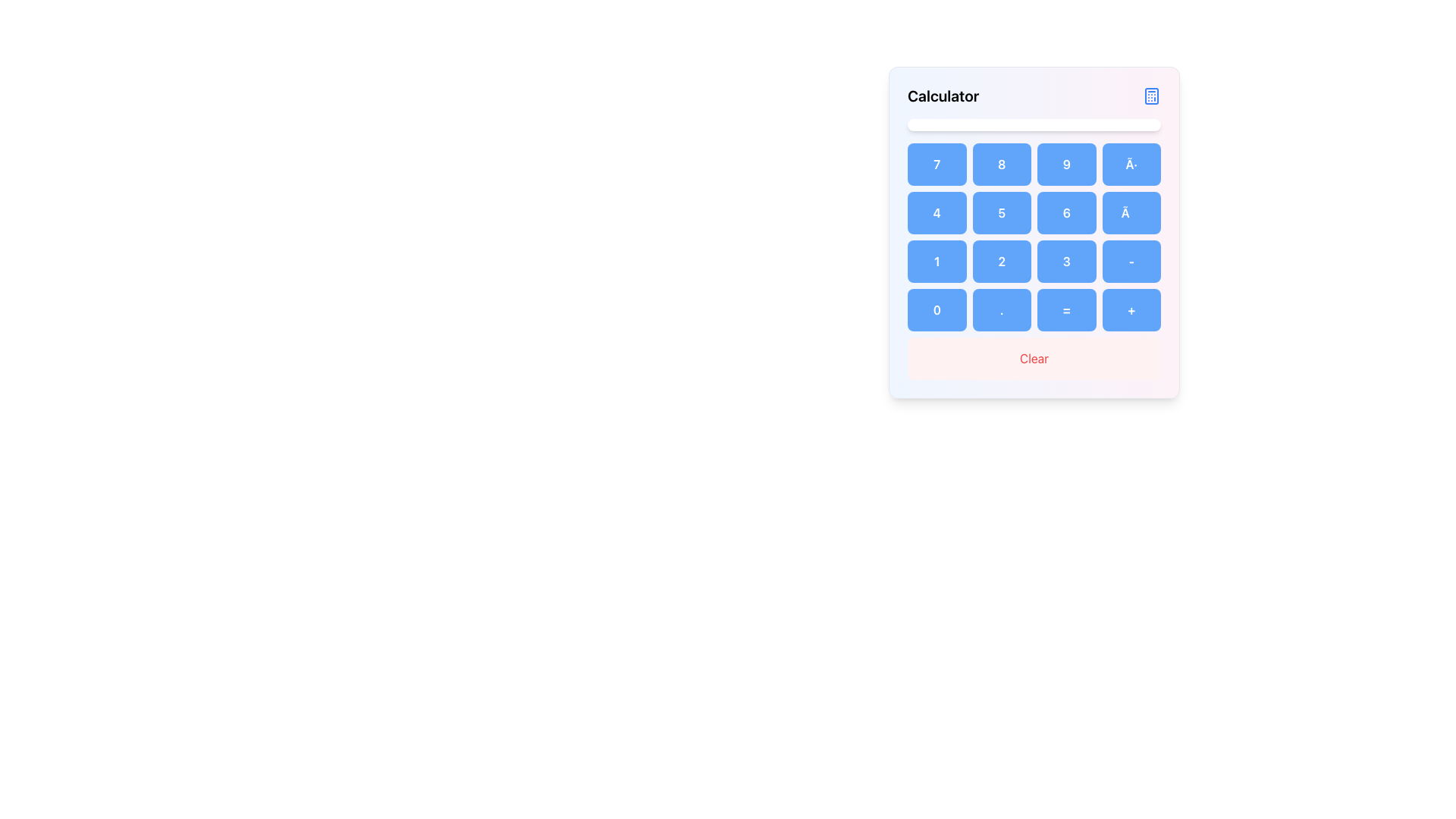  I want to click on the addition button located at the bottom-right of the calculator grid to input the addition operator into the computation sequence, so click(1131, 309).